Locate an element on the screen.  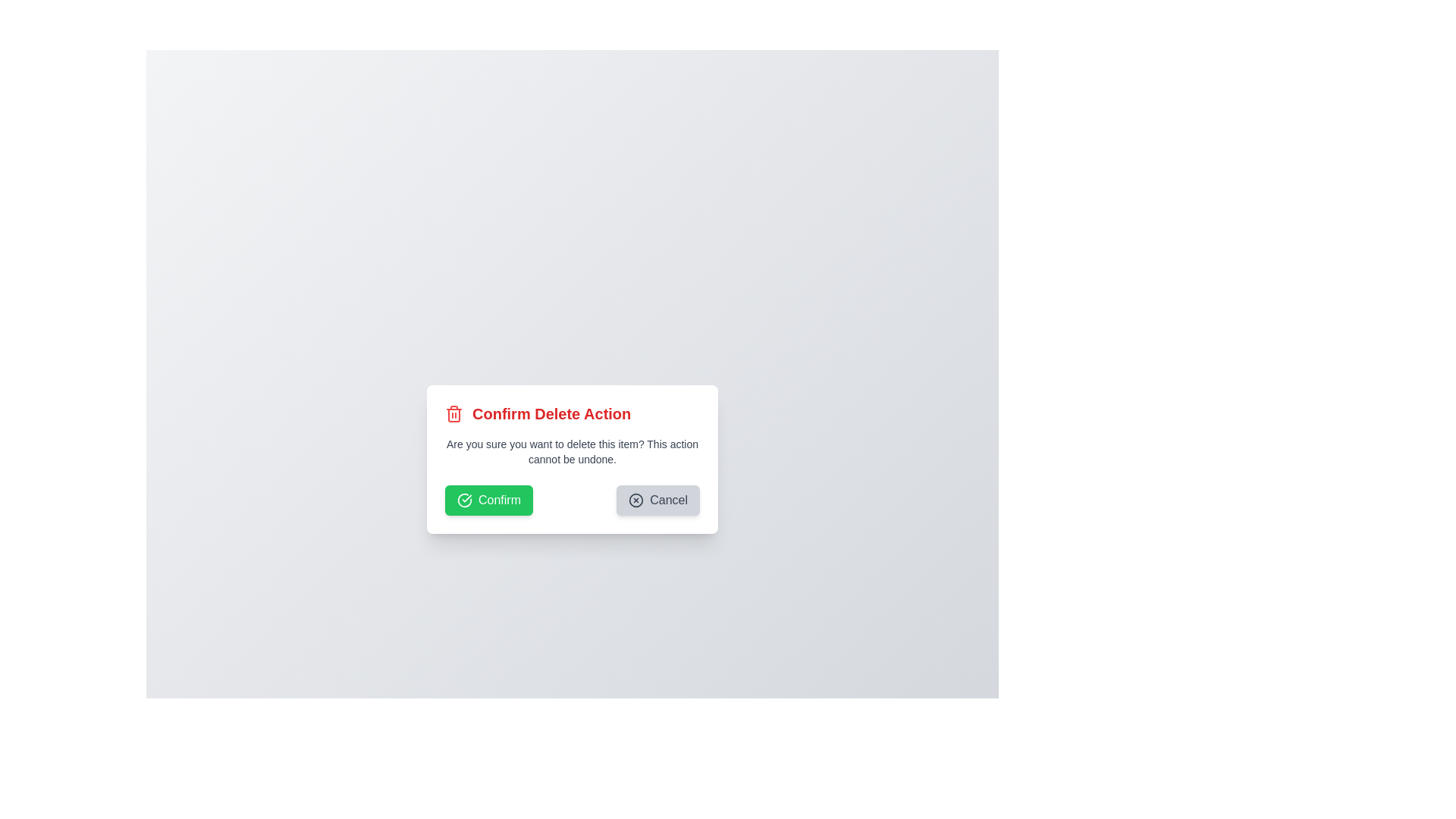
the static information display element (header with text and icon) located at the top section of the modal dialog, which serves as the title for the confirmation action is located at coordinates (571, 414).